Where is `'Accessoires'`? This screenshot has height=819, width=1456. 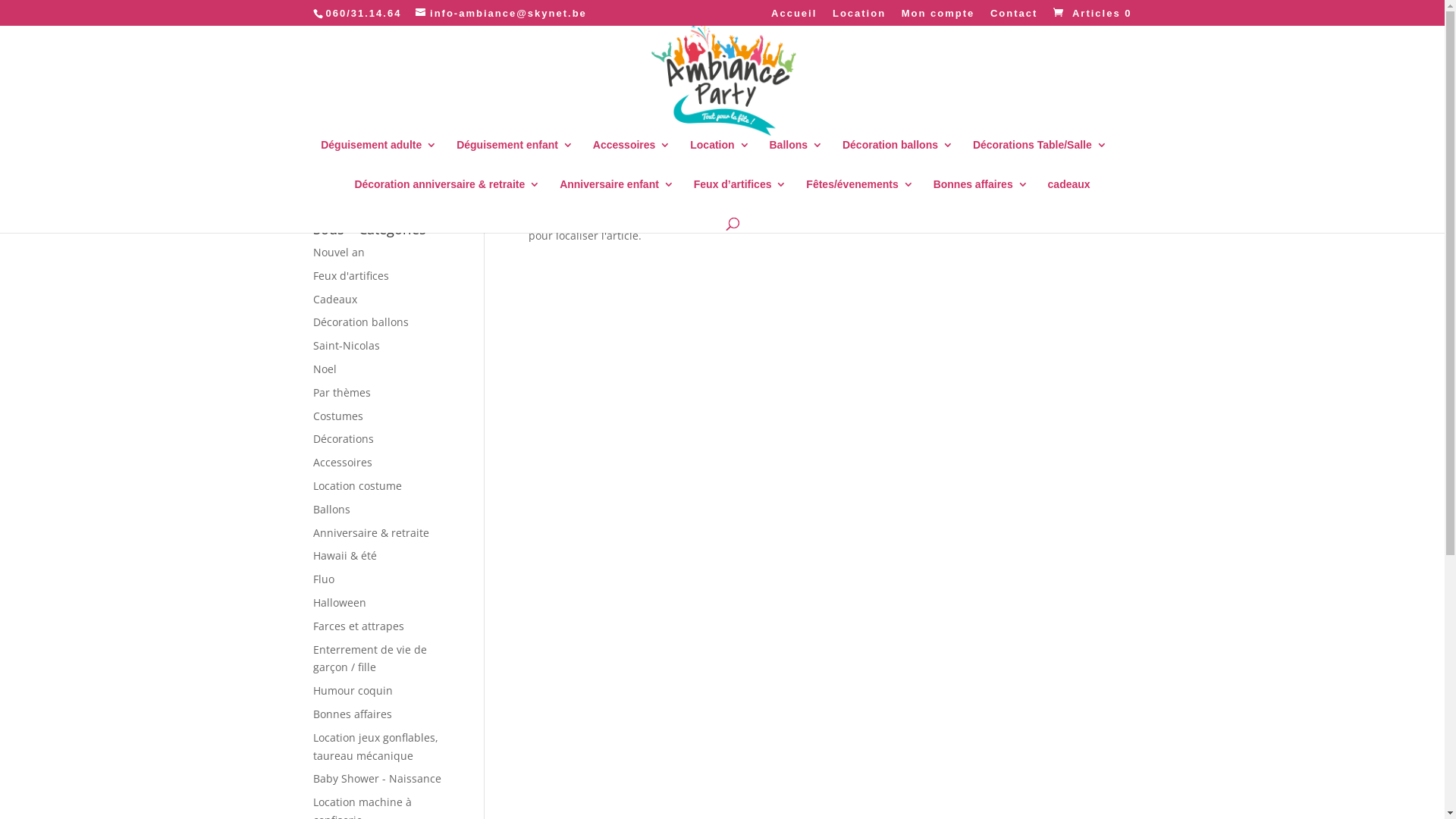 'Accessoires' is located at coordinates (632, 155).